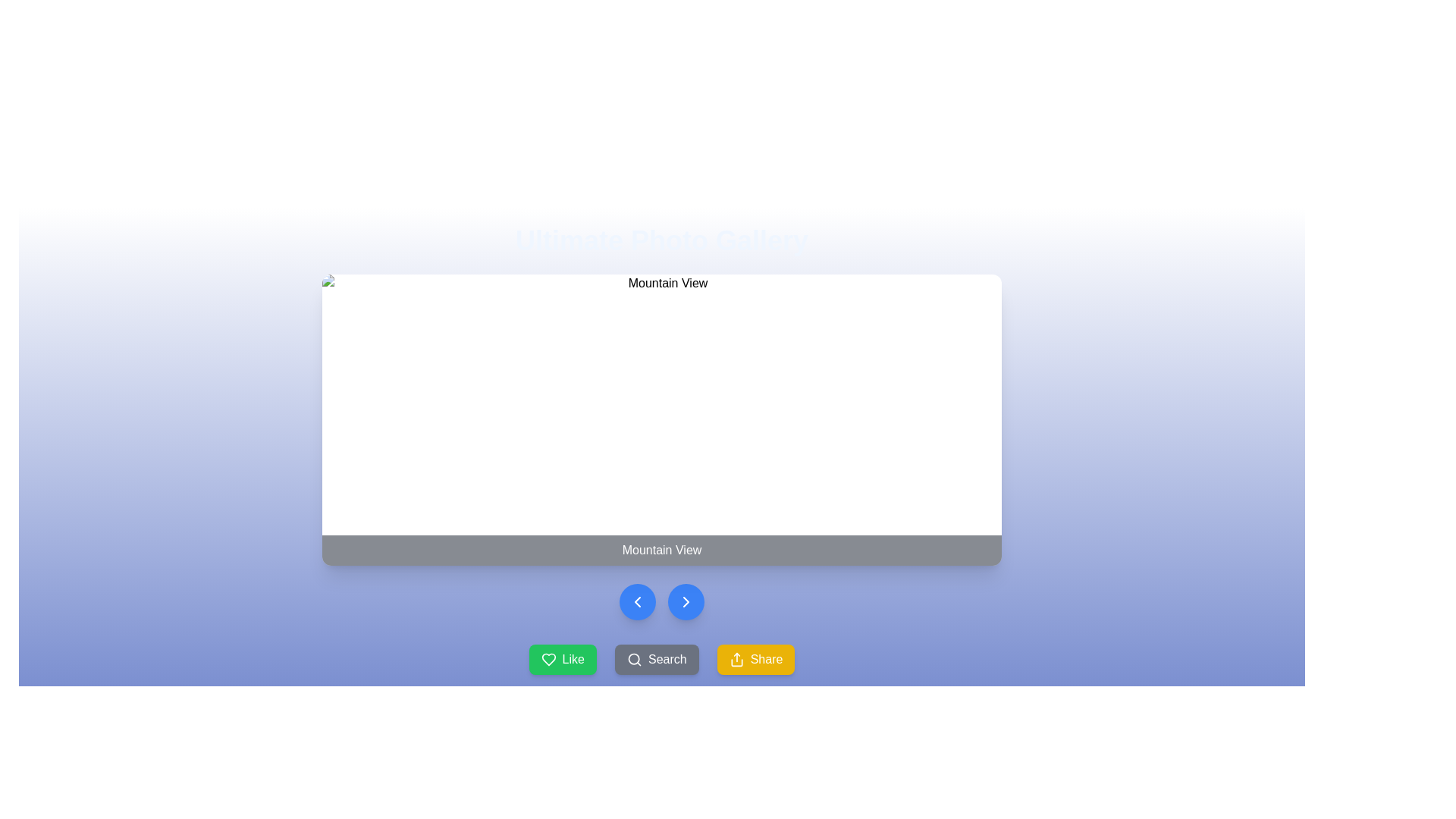  Describe the element at coordinates (756, 659) in the screenshot. I see `the 'Share' button, which is a rectangular button with a yellow background and white text containing an upward arrow icon, located in the bottom-center area of the interface` at that location.